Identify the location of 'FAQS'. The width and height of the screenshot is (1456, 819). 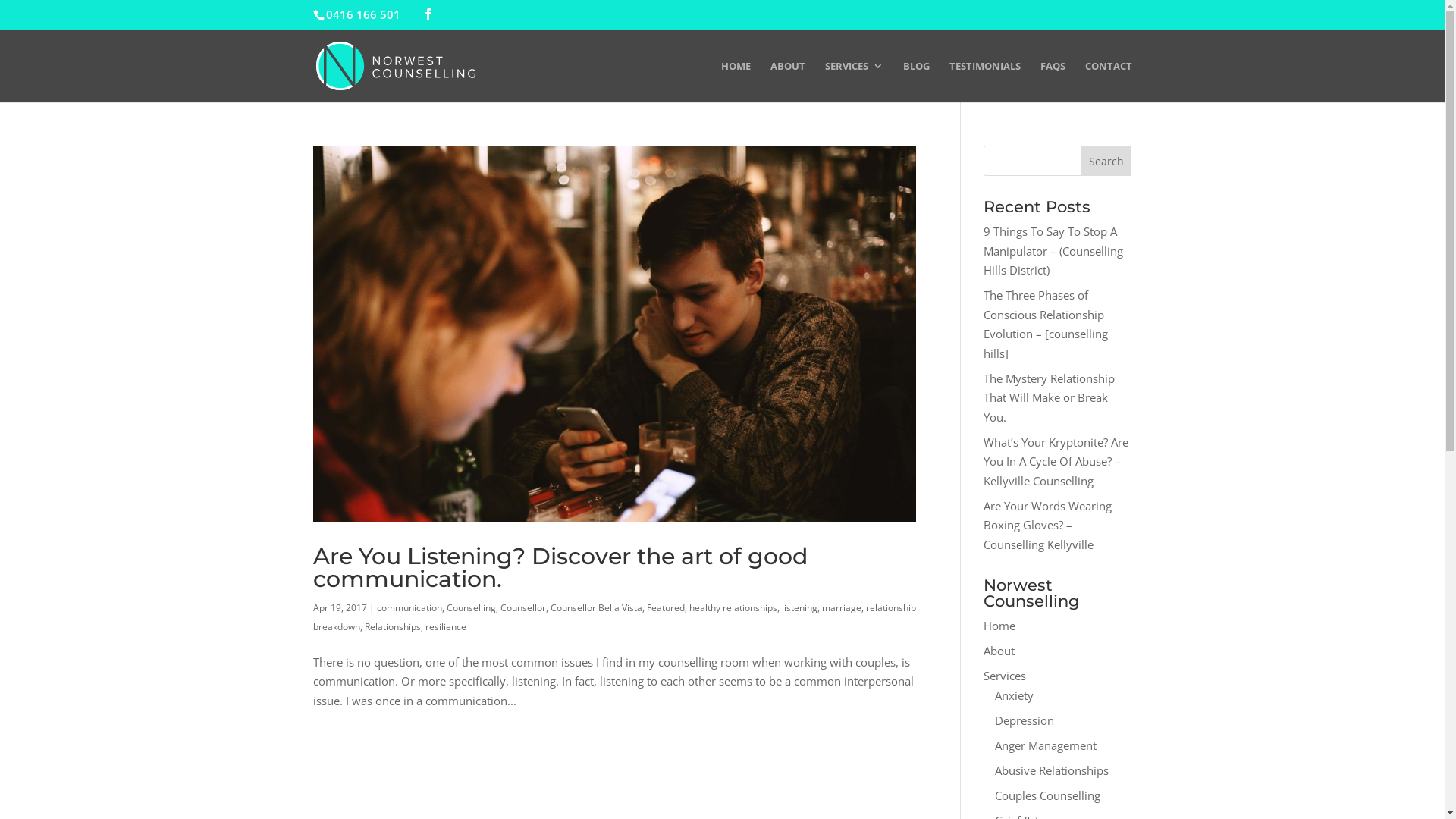
(1052, 81).